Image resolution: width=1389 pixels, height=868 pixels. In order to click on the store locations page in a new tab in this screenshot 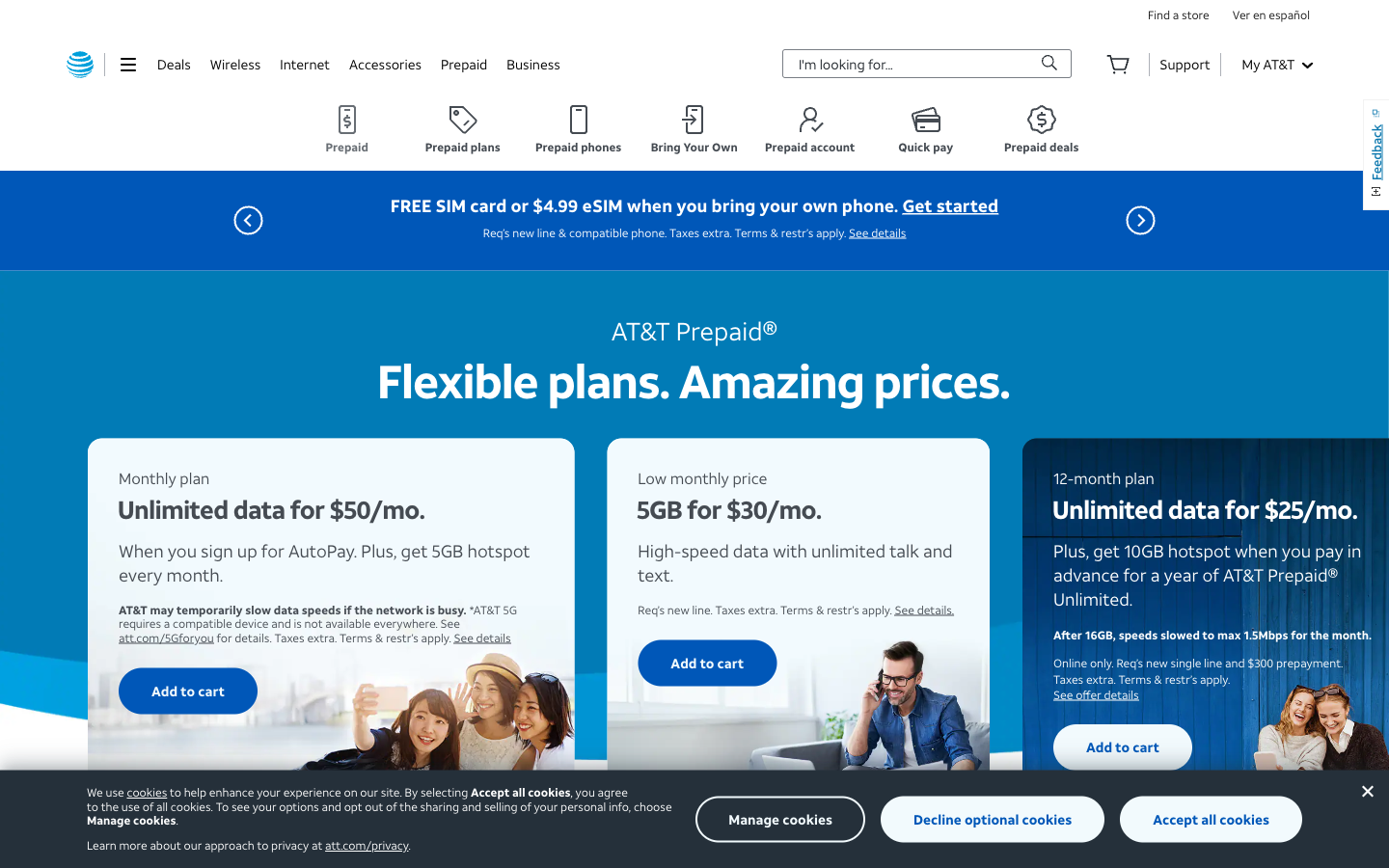, I will do `click(1177, 14)`.